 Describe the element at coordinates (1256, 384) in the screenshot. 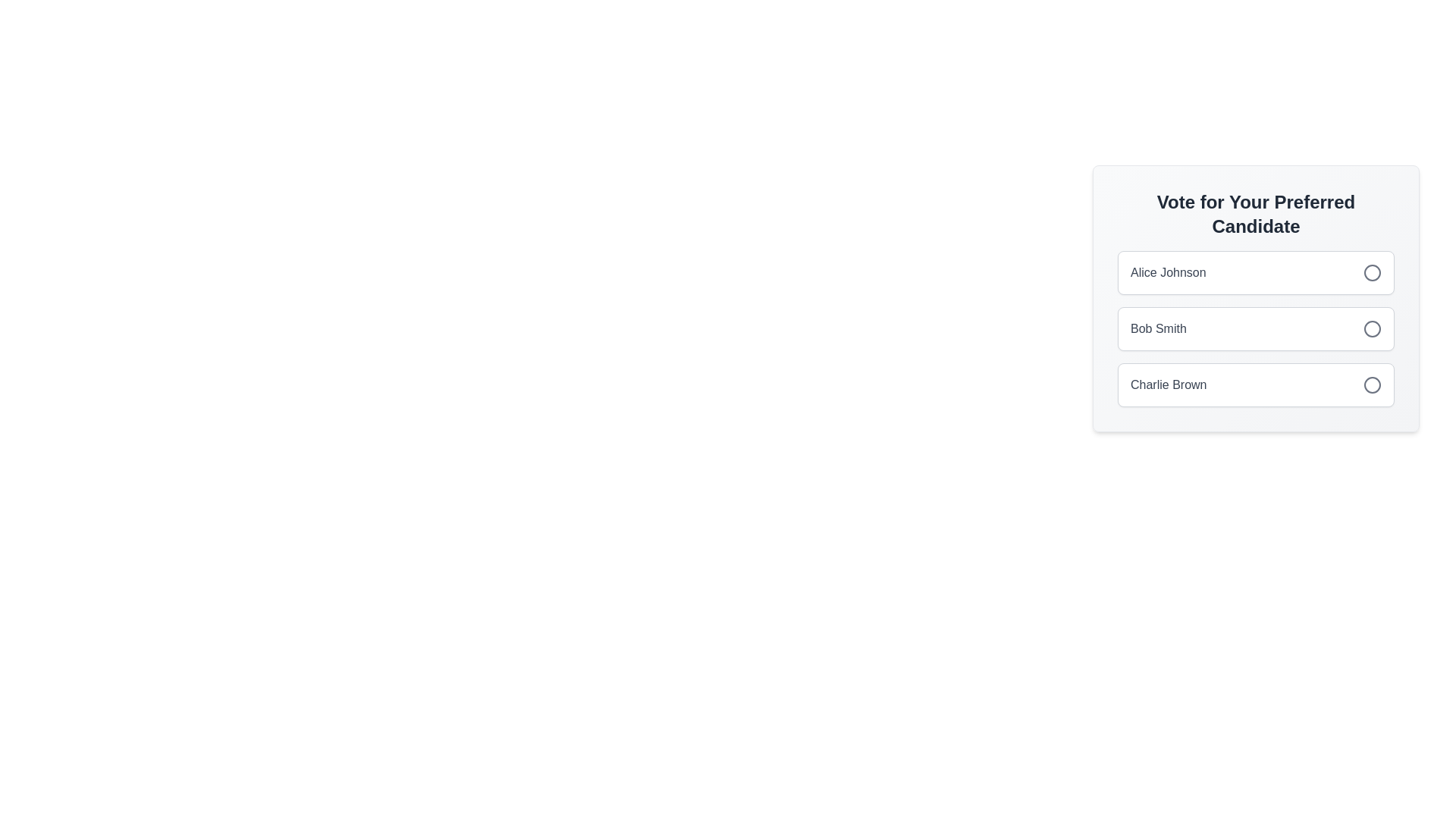

I see `the selectable list item labeled 'Charlie Brown'` at that location.